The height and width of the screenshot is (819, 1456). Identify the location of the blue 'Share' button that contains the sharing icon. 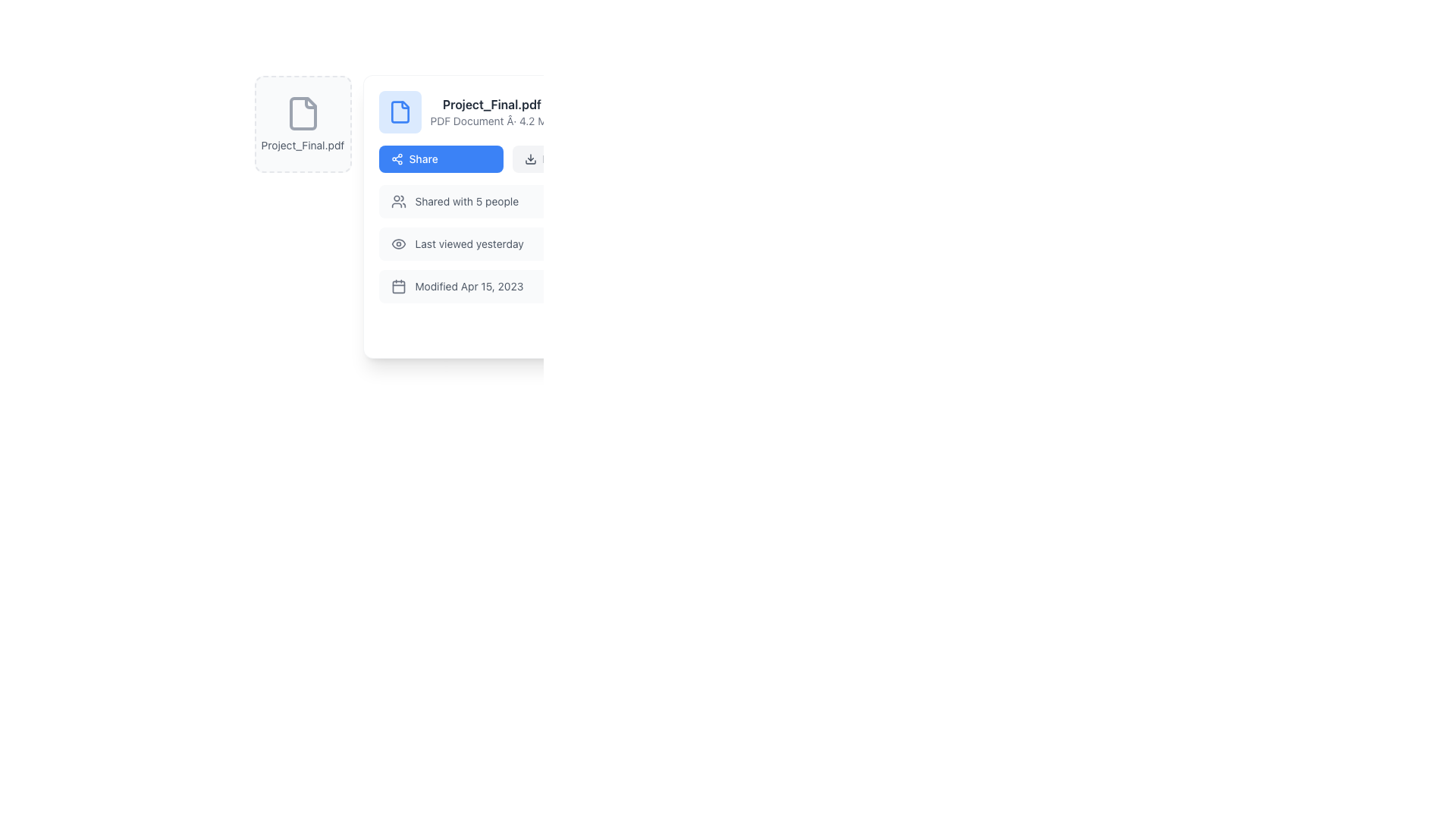
(397, 158).